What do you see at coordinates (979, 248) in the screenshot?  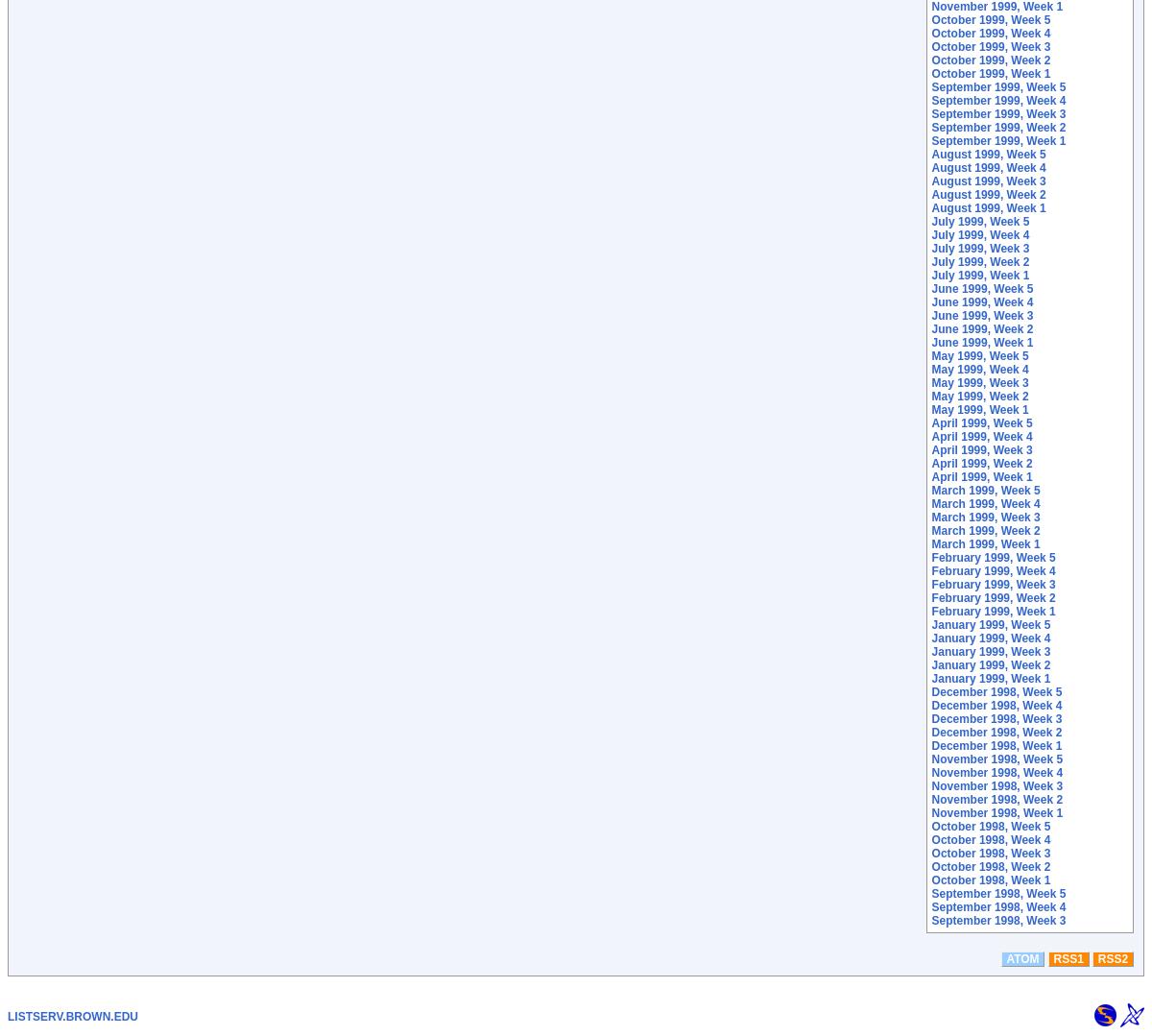 I see `'July 1999, Week 3'` at bounding box center [979, 248].